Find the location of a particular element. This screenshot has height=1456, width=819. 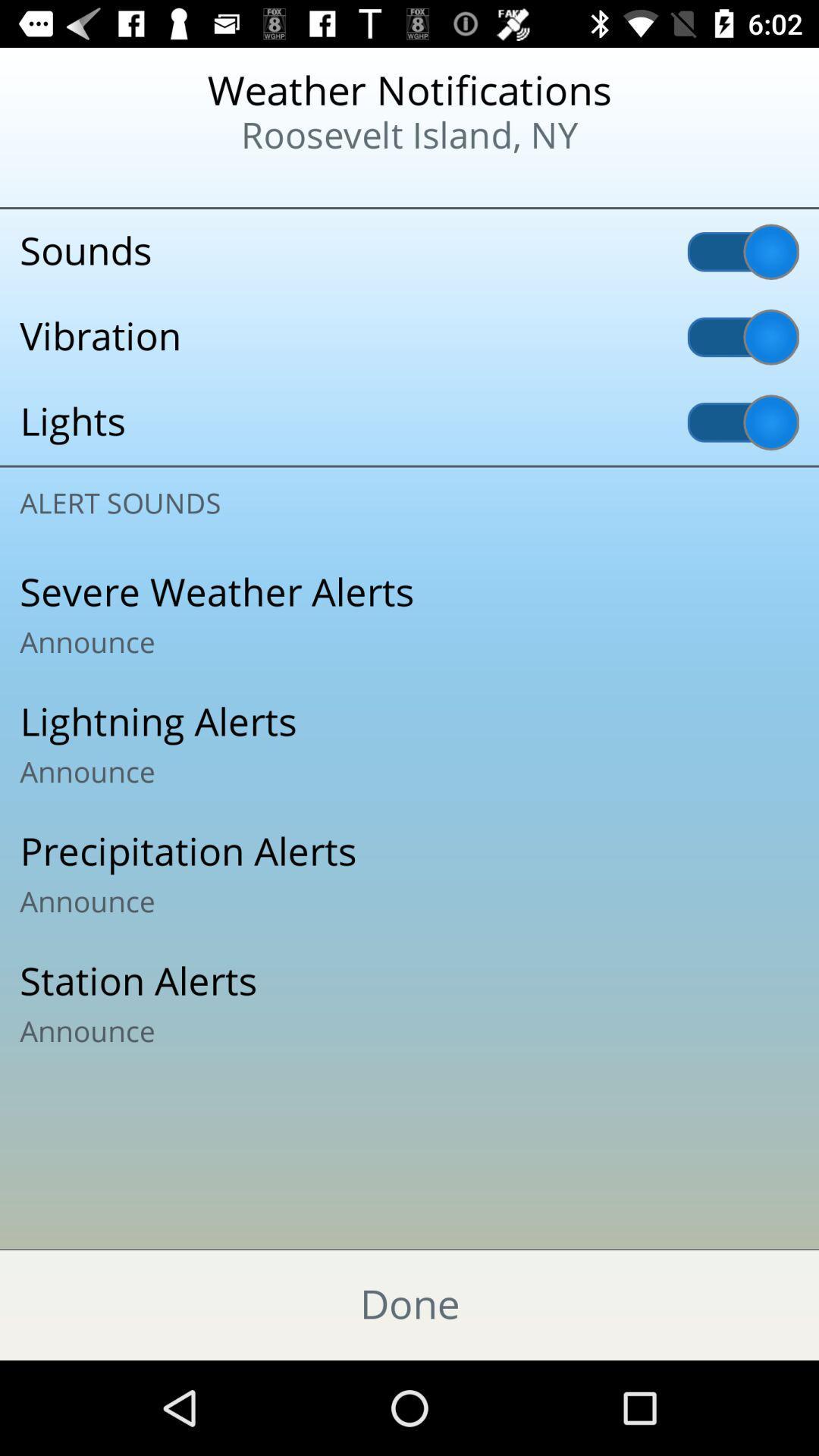

severe weather alerts icon is located at coordinates (409, 615).